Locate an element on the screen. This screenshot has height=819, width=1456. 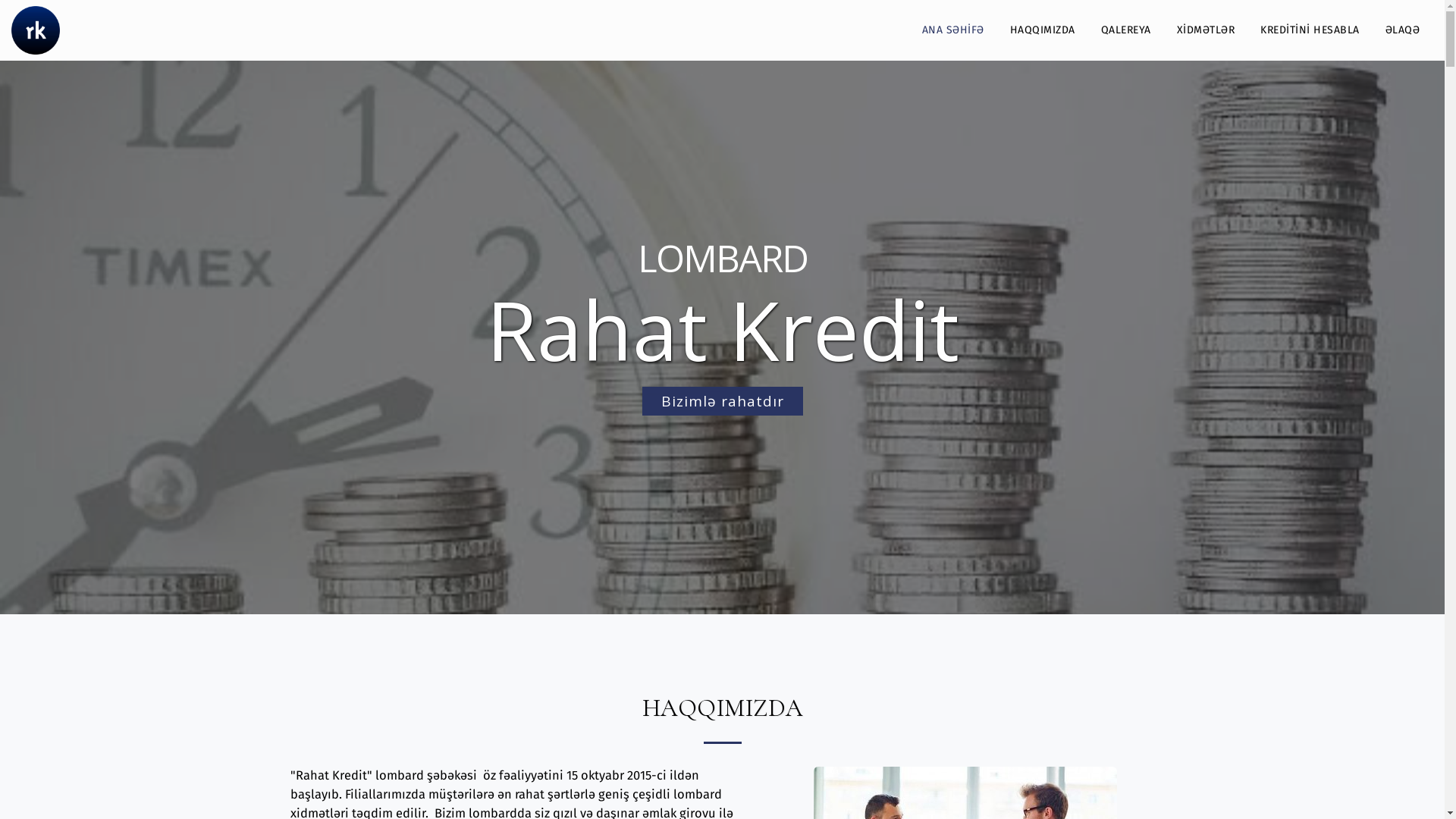
'HAQQIMIZDA' is located at coordinates (1040, 30).